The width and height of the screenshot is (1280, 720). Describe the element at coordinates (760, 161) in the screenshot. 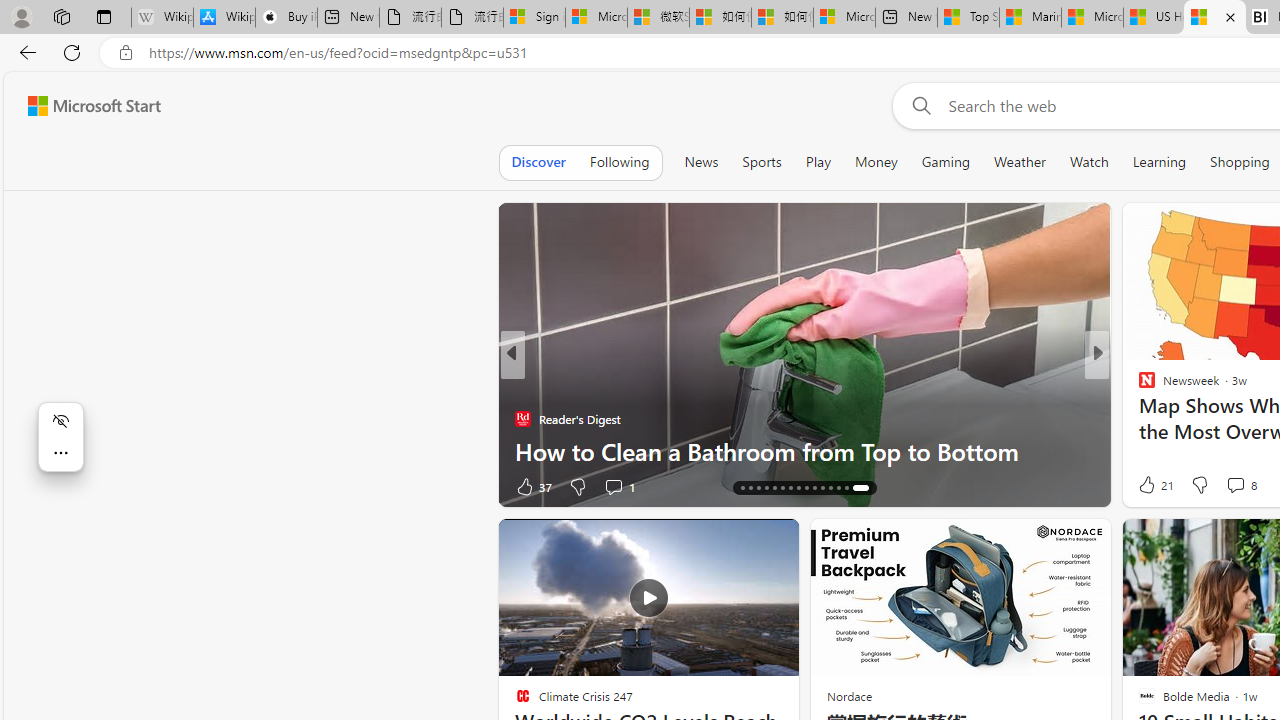

I see `'Sports'` at that location.